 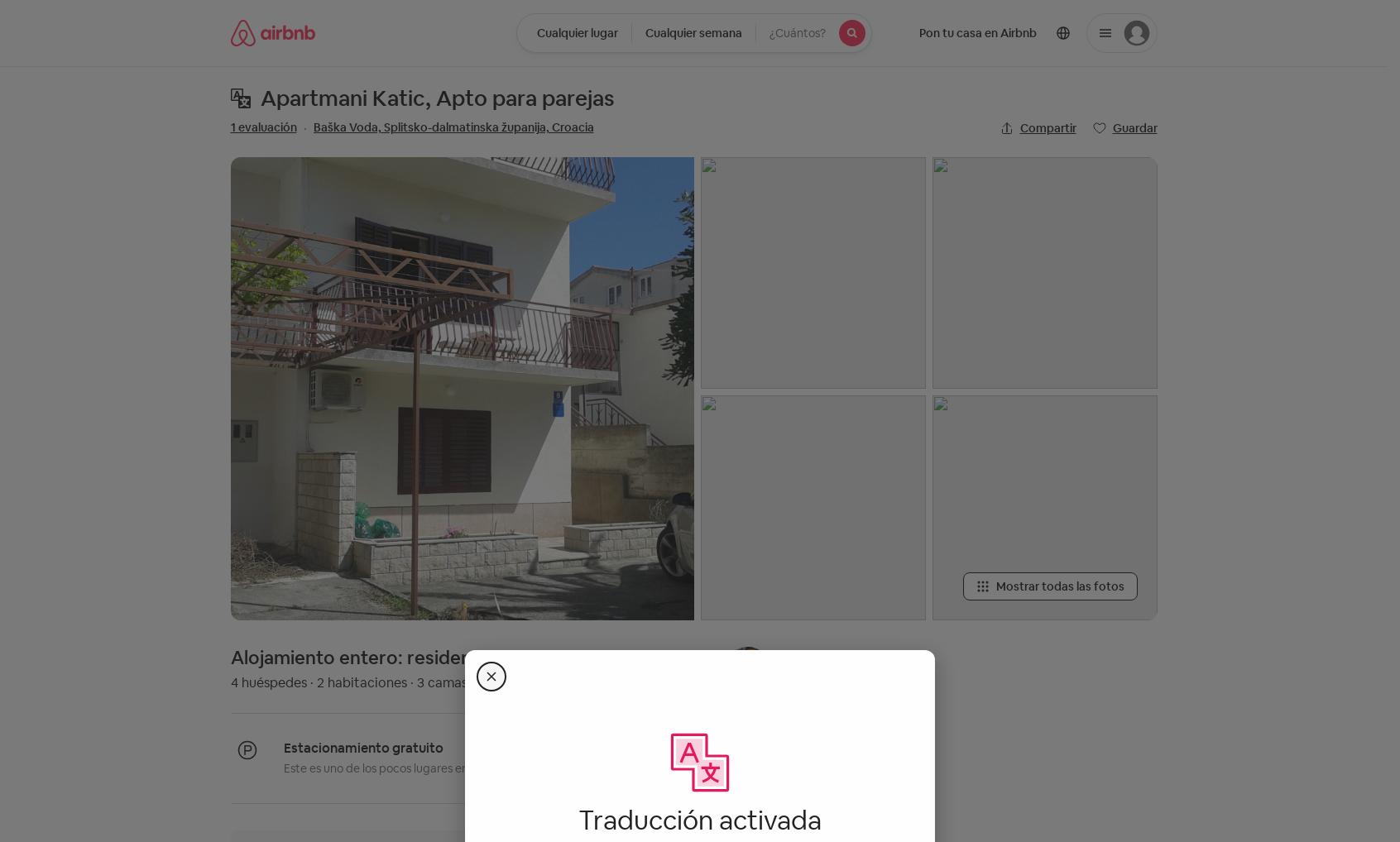 What do you see at coordinates (1058, 586) in the screenshot?
I see `'Mostrar todas las fotos'` at bounding box center [1058, 586].